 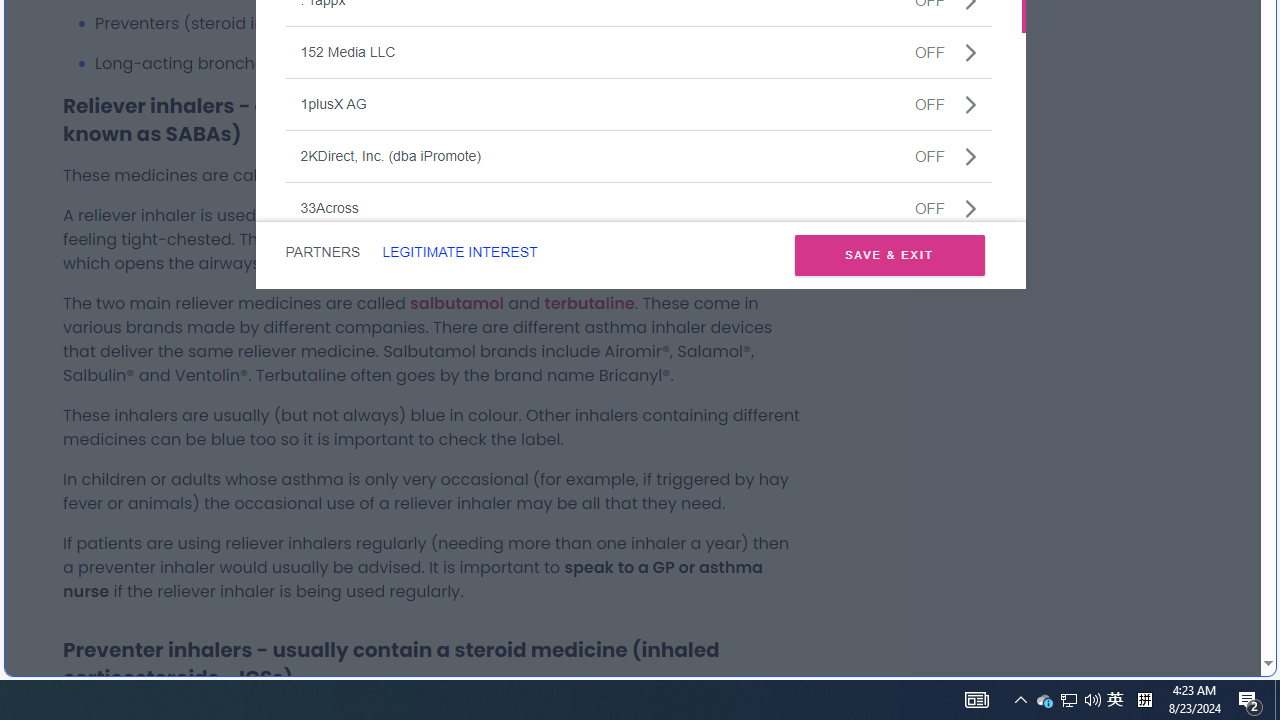 What do you see at coordinates (637, 208) in the screenshot?
I see `'33AcrossOFF'` at bounding box center [637, 208].